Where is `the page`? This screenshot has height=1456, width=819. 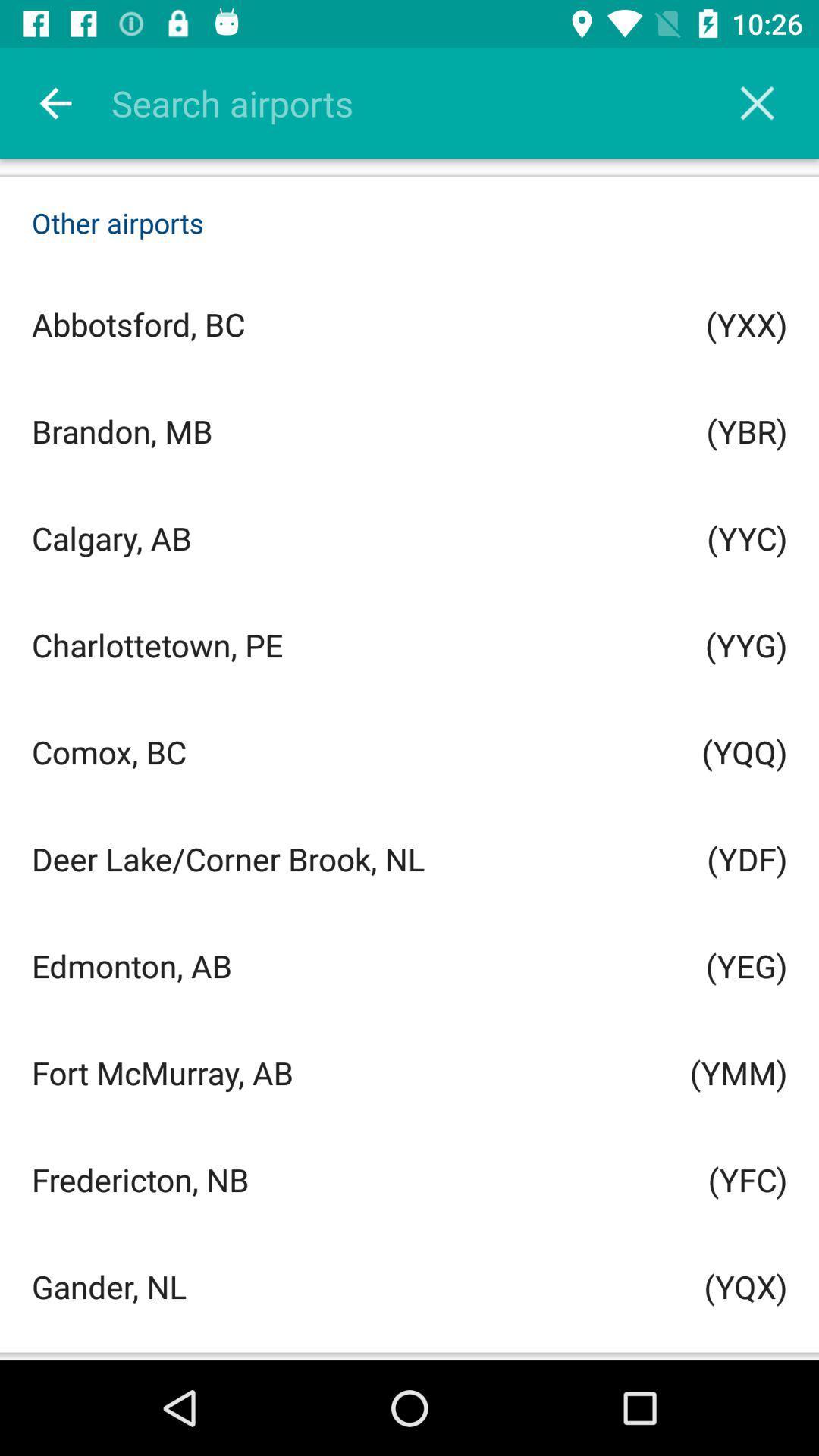 the page is located at coordinates (757, 102).